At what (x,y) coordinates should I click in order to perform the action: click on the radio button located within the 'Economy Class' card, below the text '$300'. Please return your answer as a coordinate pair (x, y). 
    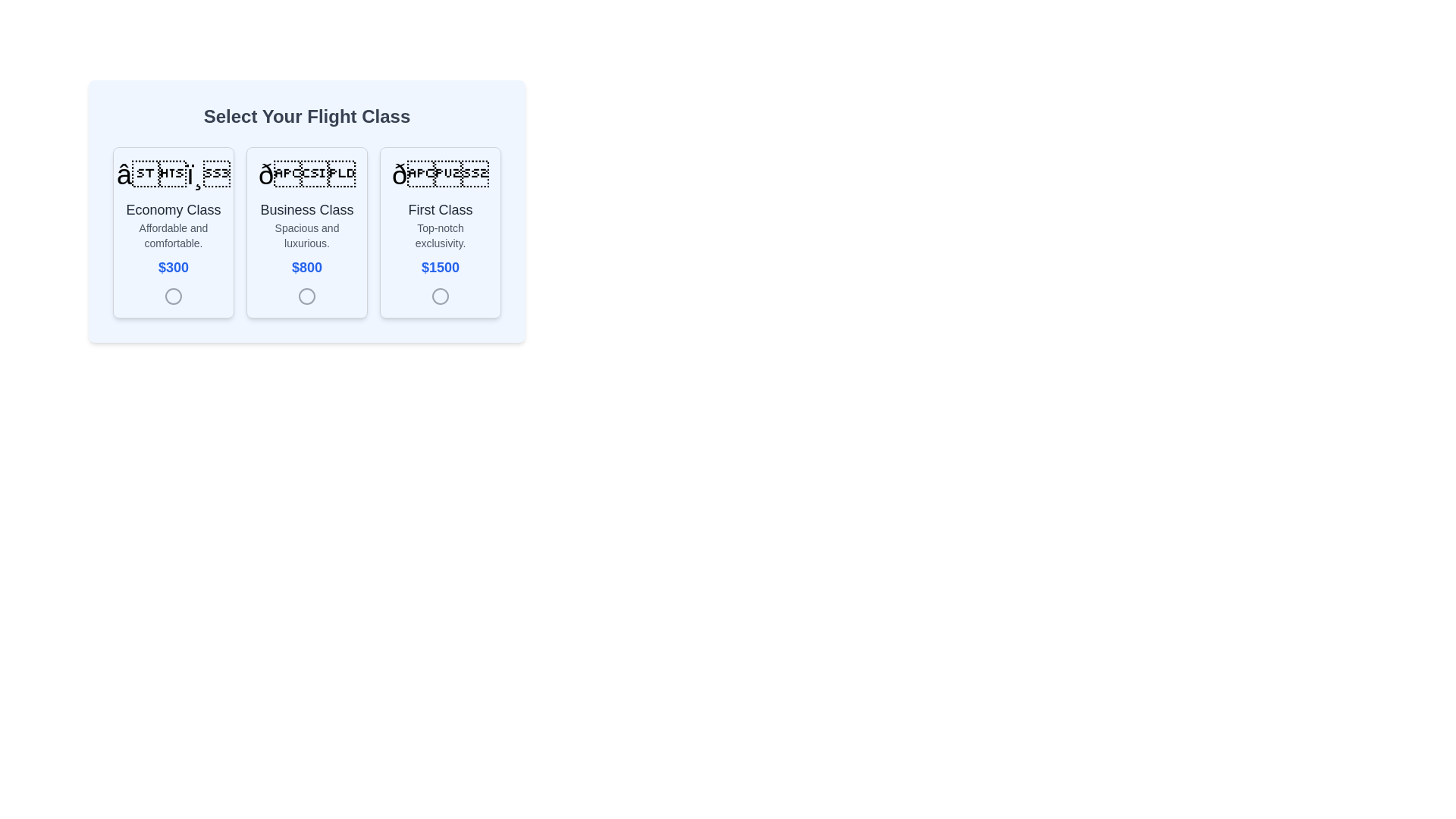
    Looking at the image, I should click on (174, 296).